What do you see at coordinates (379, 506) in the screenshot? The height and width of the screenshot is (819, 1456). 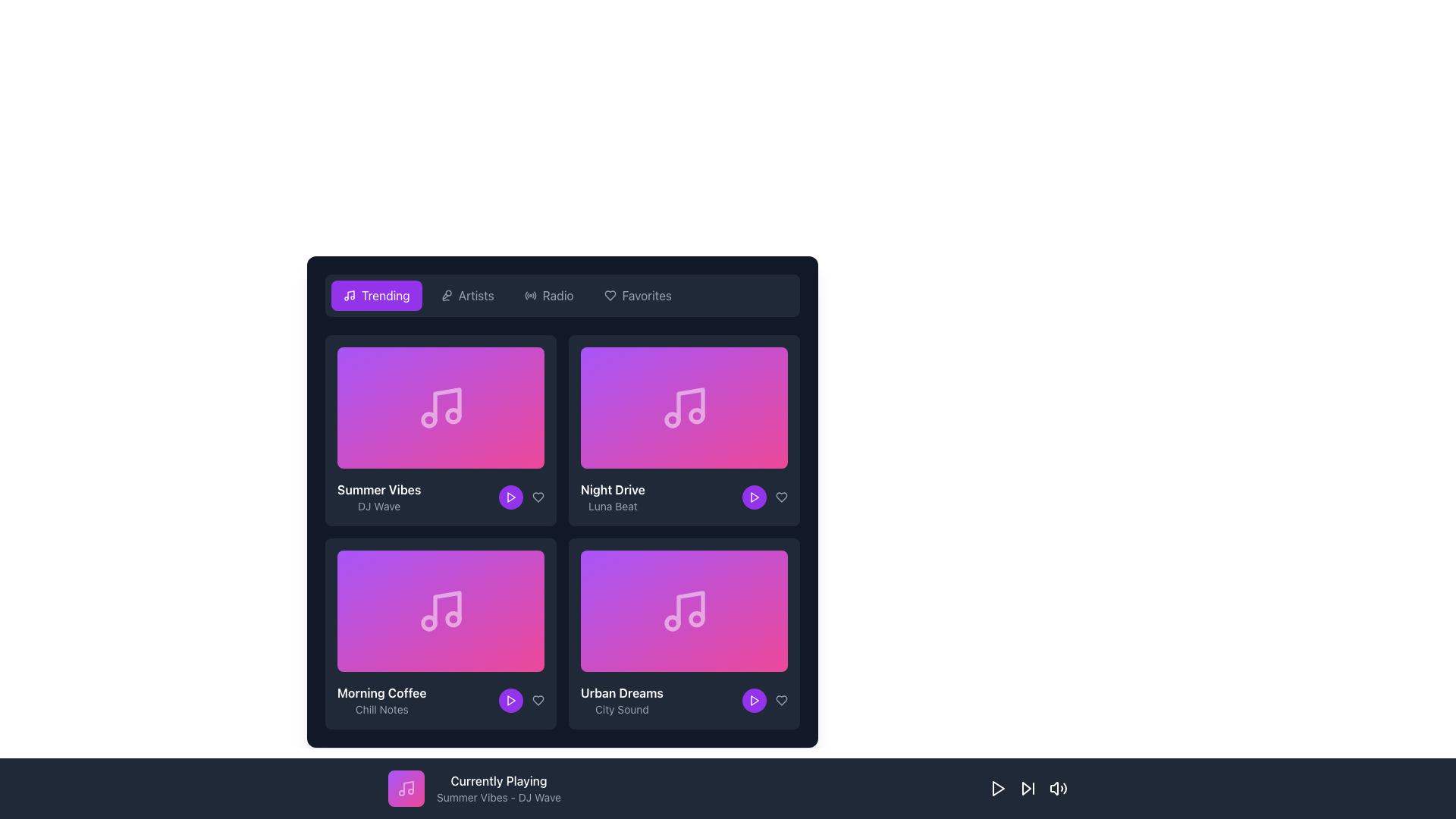 I see `text label 'DJ Wave' located below the title 'Summer Vibes' in the bottom portion of the box component within the 'Trending' tab` at bounding box center [379, 506].